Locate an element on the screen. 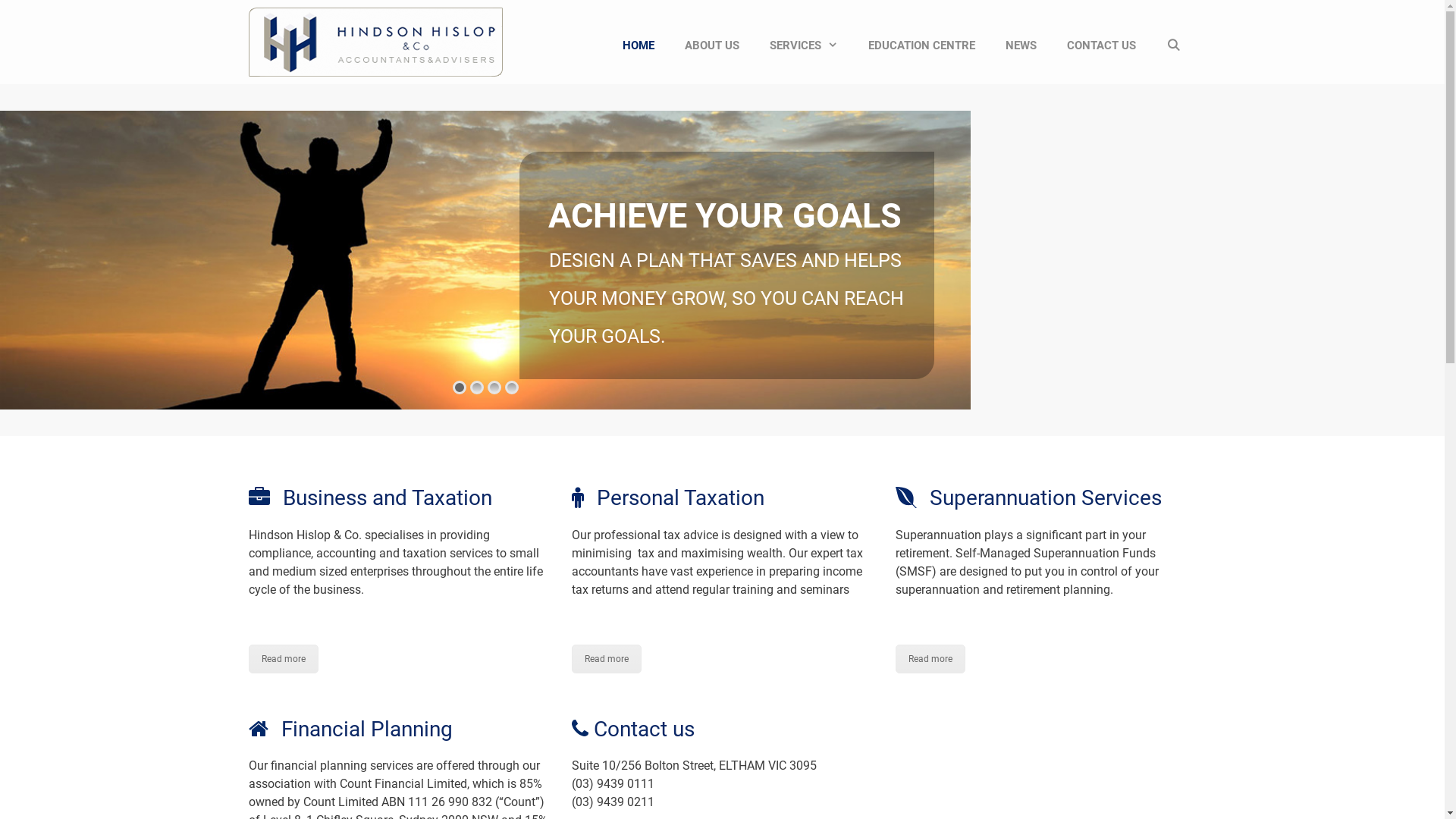 The image size is (1456, 819). 'CONTACT US' is located at coordinates (1051, 45).